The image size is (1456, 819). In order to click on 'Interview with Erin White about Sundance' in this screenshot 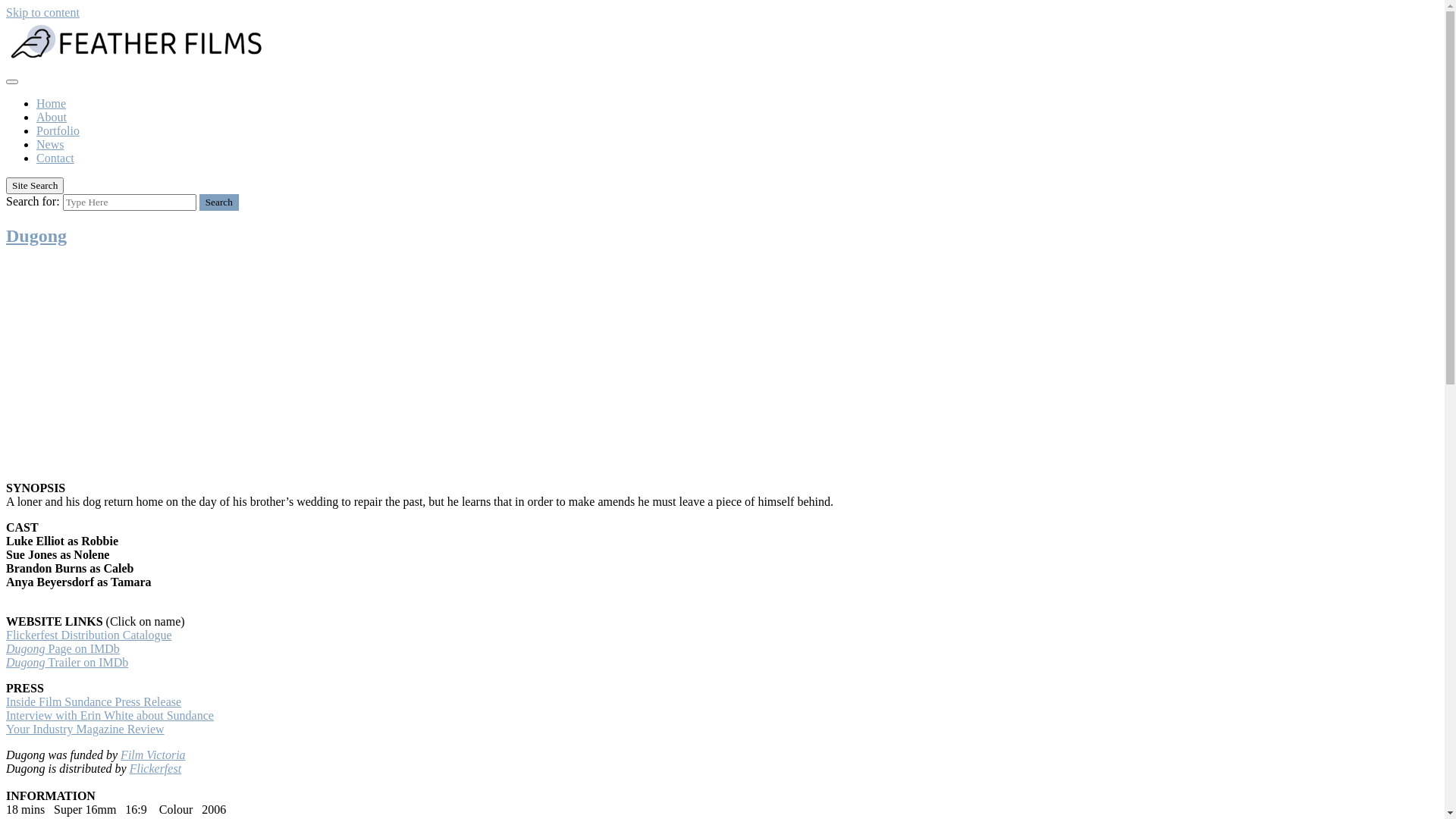, I will do `click(108, 715)`.